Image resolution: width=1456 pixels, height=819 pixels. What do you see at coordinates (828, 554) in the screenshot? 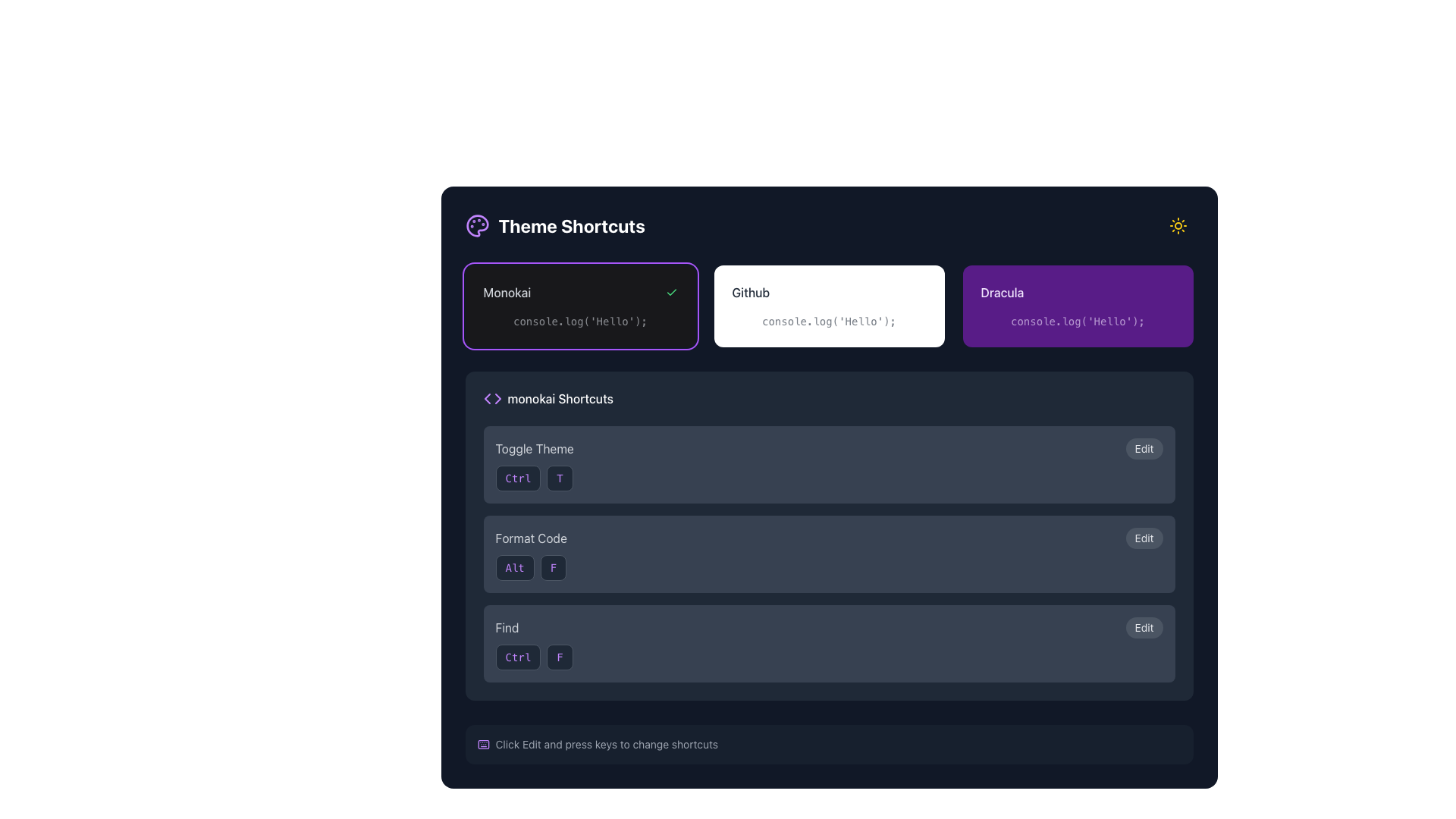
I see `the second item in the vertical list of shortcut panels titled 'monokai Shortcuts', specifically the shortcut configuration panel for 'Format Code', to enable keyboard navigation` at bounding box center [828, 554].